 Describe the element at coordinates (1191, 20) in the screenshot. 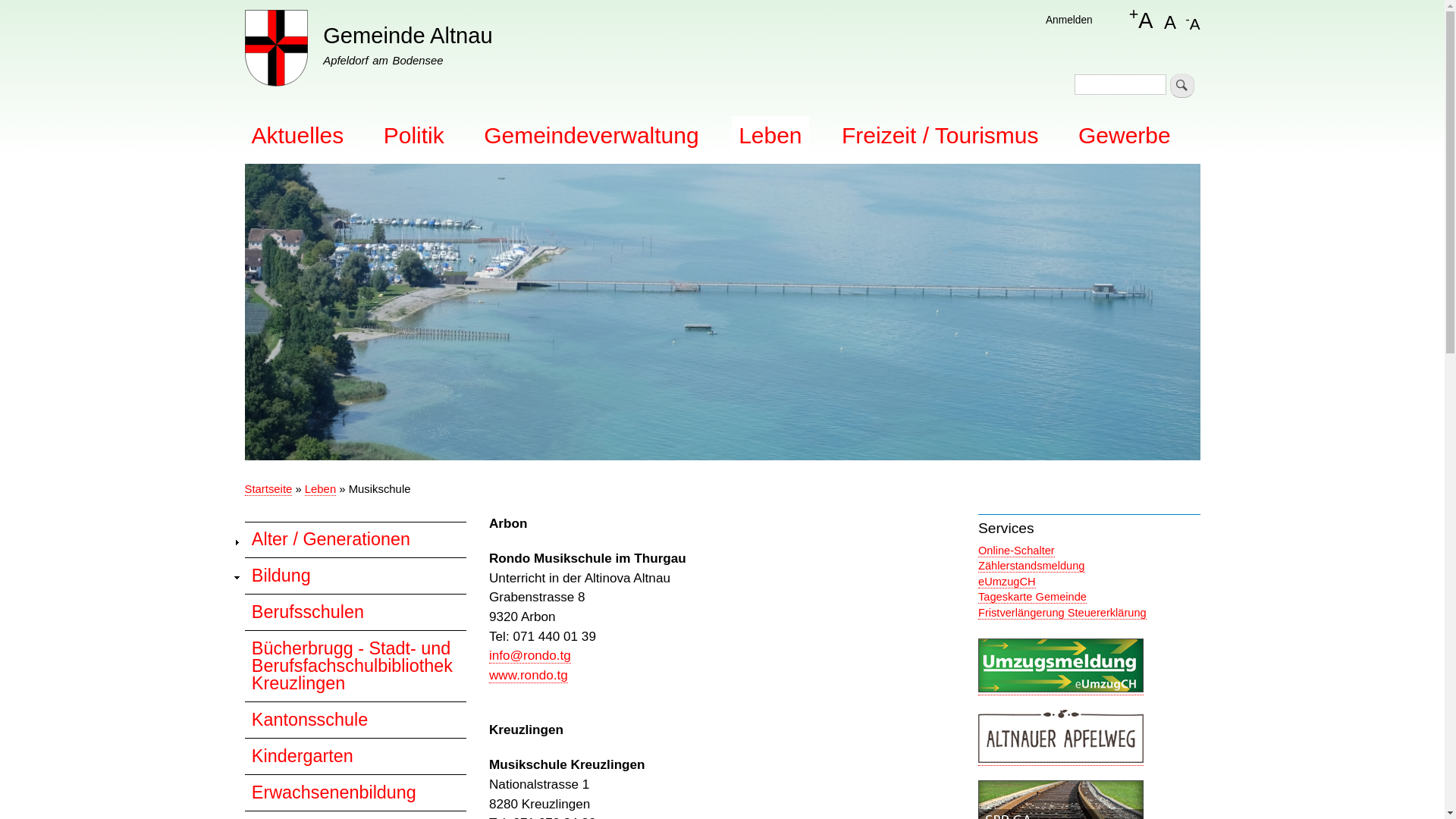

I see `'-A'` at that location.